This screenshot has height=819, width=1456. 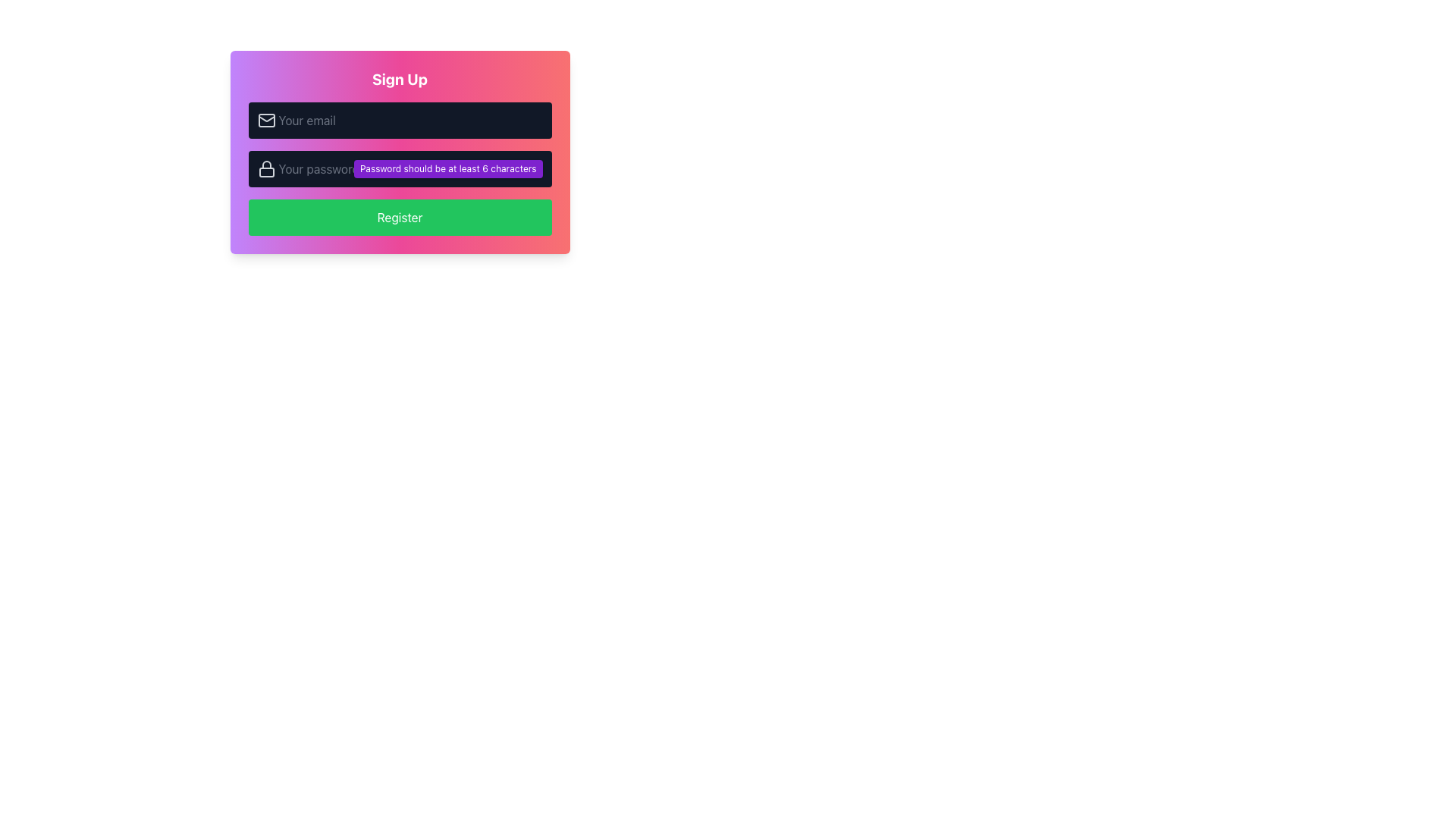 What do you see at coordinates (400, 152) in the screenshot?
I see `the validation tooltip of the Password input field` at bounding box center [400, 152].